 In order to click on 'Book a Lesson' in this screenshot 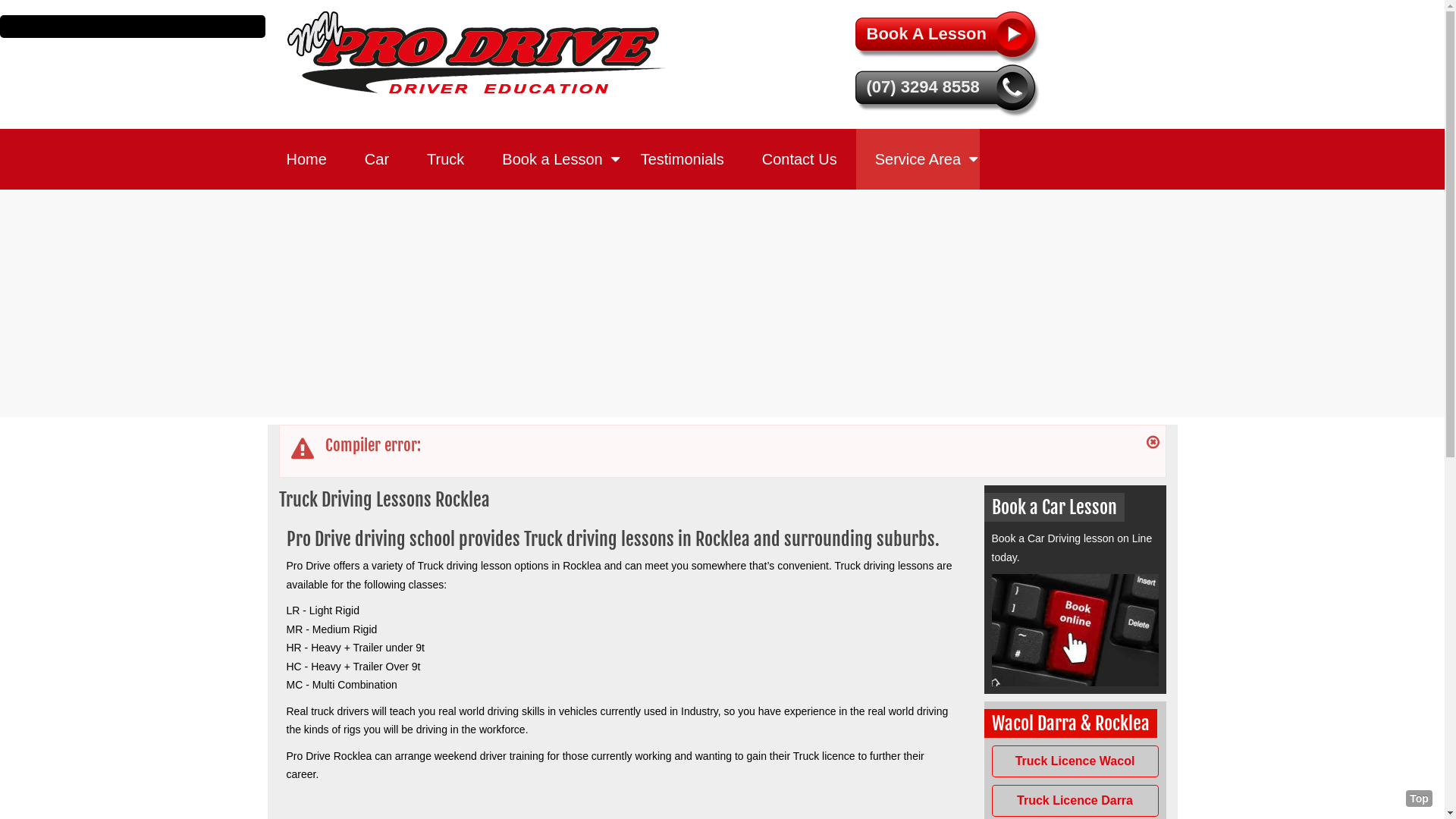, I will do `click(551, 158)`.